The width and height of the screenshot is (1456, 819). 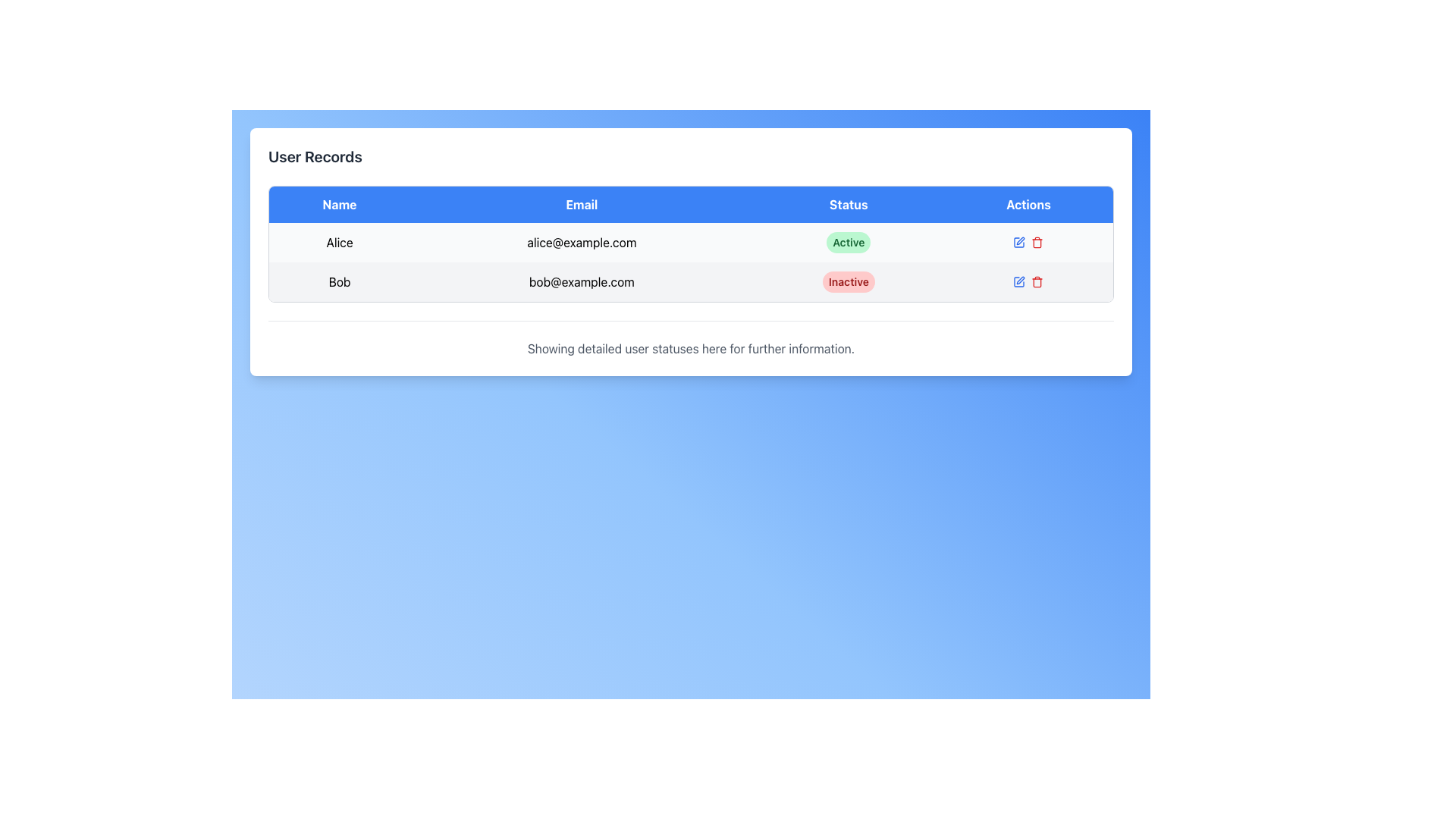 What do you see at coordinates (848, 242) in the screenshot?
I see `the Status indicator badge, a green pill-shaped label with the text 'Active' in bold green font, positioned in the third column of the first row of the table` at bounding box center [848, 242].